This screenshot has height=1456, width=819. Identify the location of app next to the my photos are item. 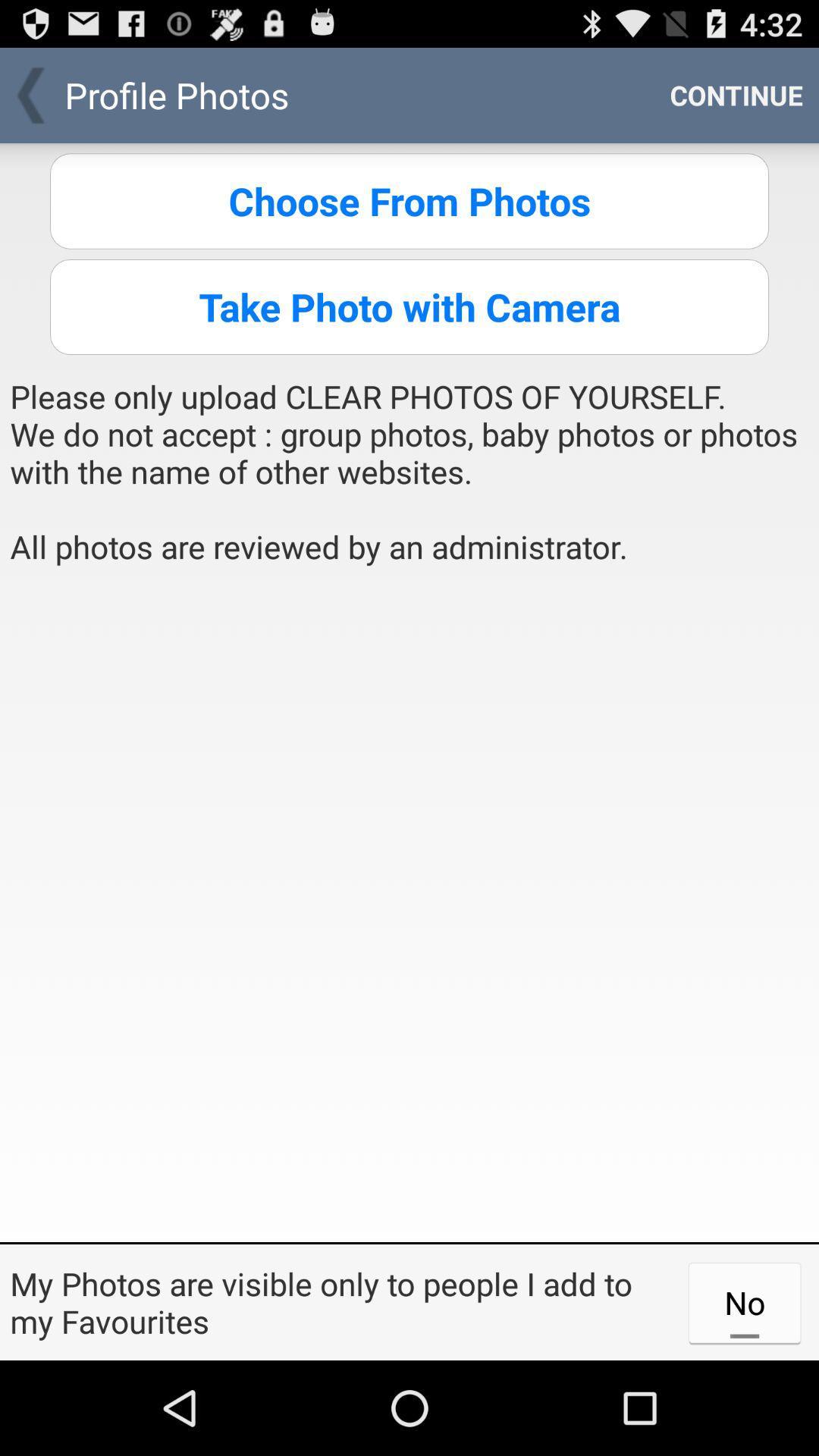
(744, 1301).